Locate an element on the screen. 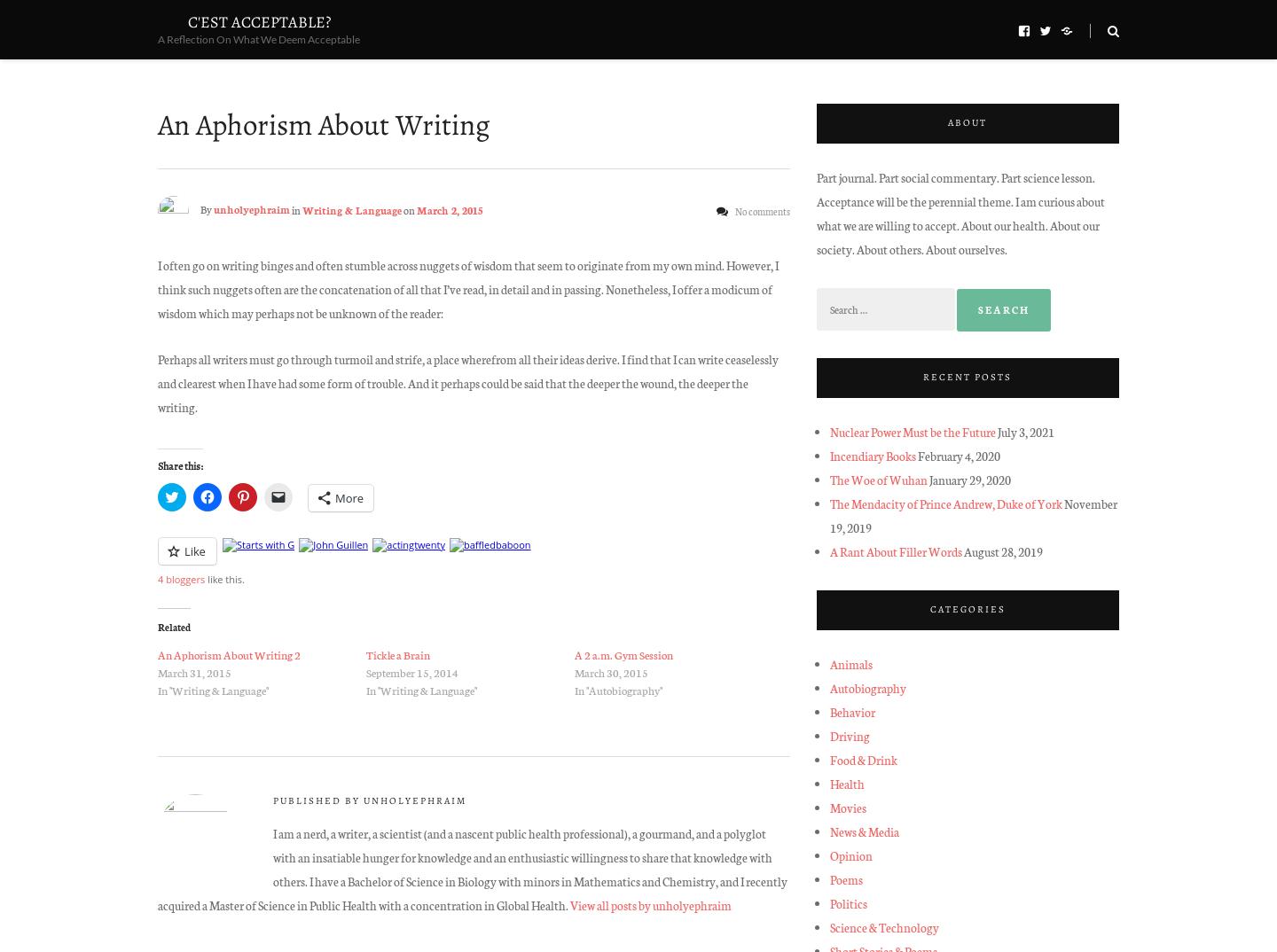 The image size is (1277, 952). 'News & Media' is located at coordinates (863, 831).